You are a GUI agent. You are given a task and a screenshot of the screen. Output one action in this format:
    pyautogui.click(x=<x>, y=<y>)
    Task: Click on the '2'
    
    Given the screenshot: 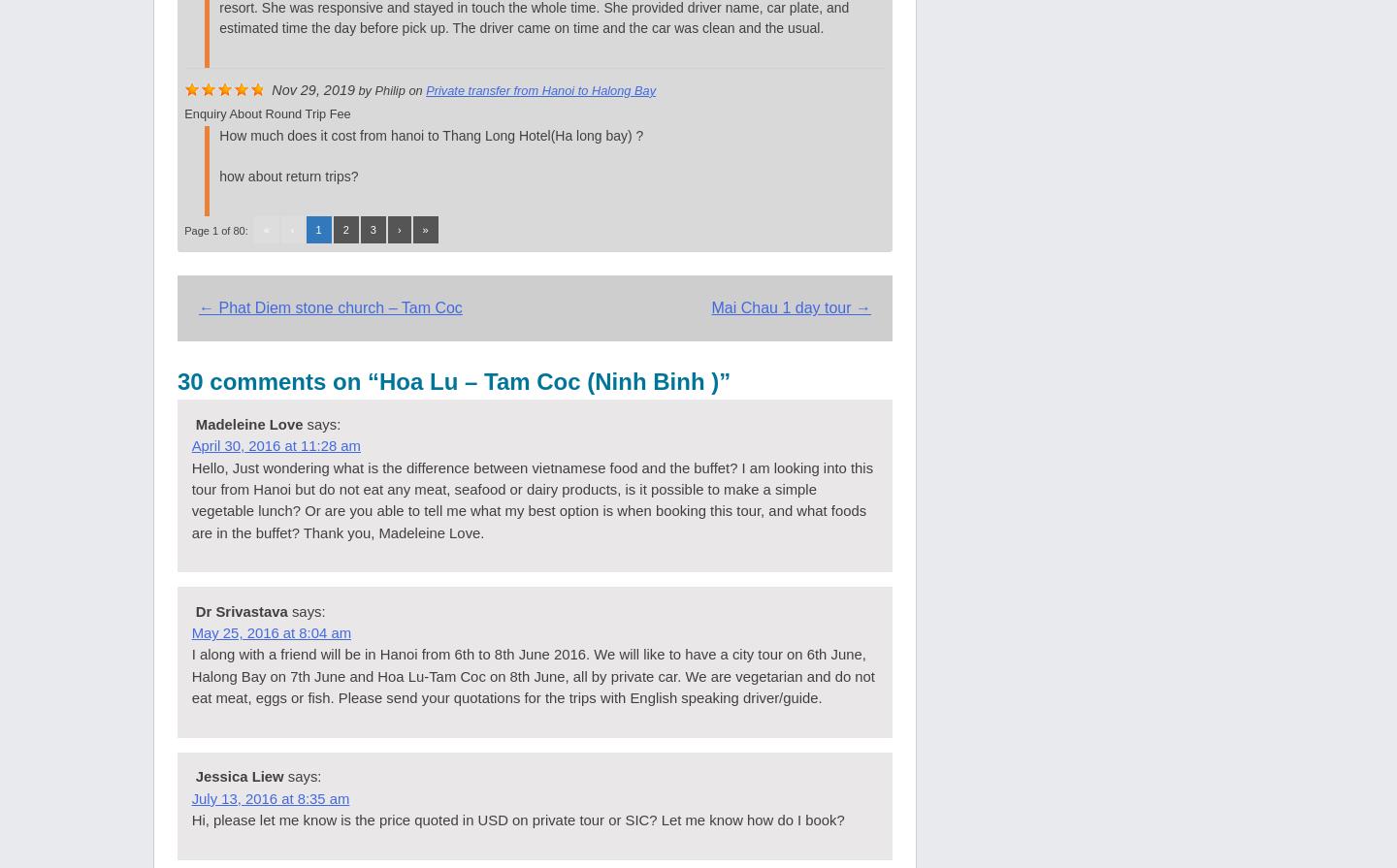 What is the action you would take?
    pyautogui.click(x=344, y=229)
    